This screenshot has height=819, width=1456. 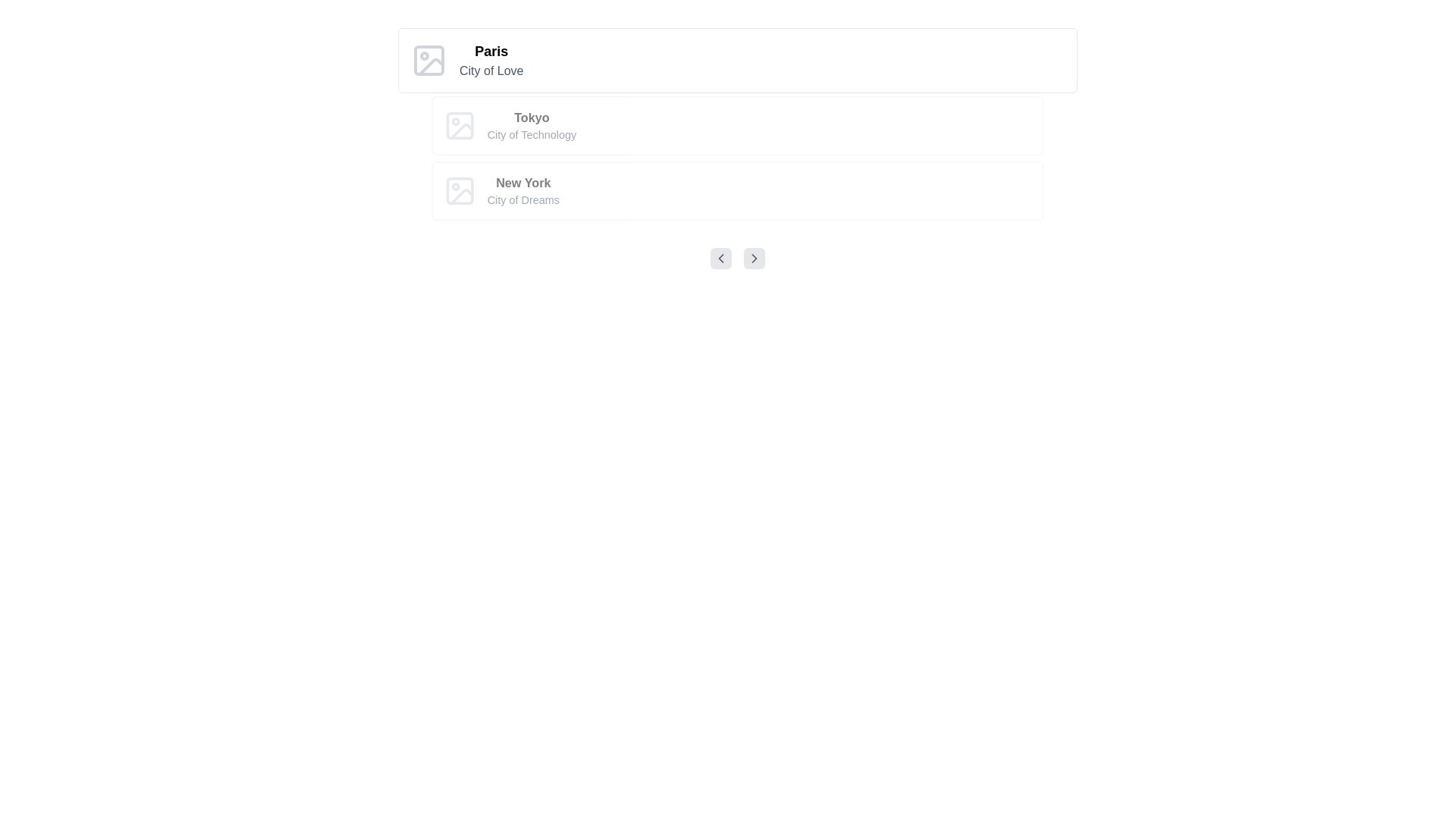 I want to click on the text label displaying 'Paris' with the subtitle 'City of Love', located in the first item of the city descriptions list, so click(x=491, y=60).